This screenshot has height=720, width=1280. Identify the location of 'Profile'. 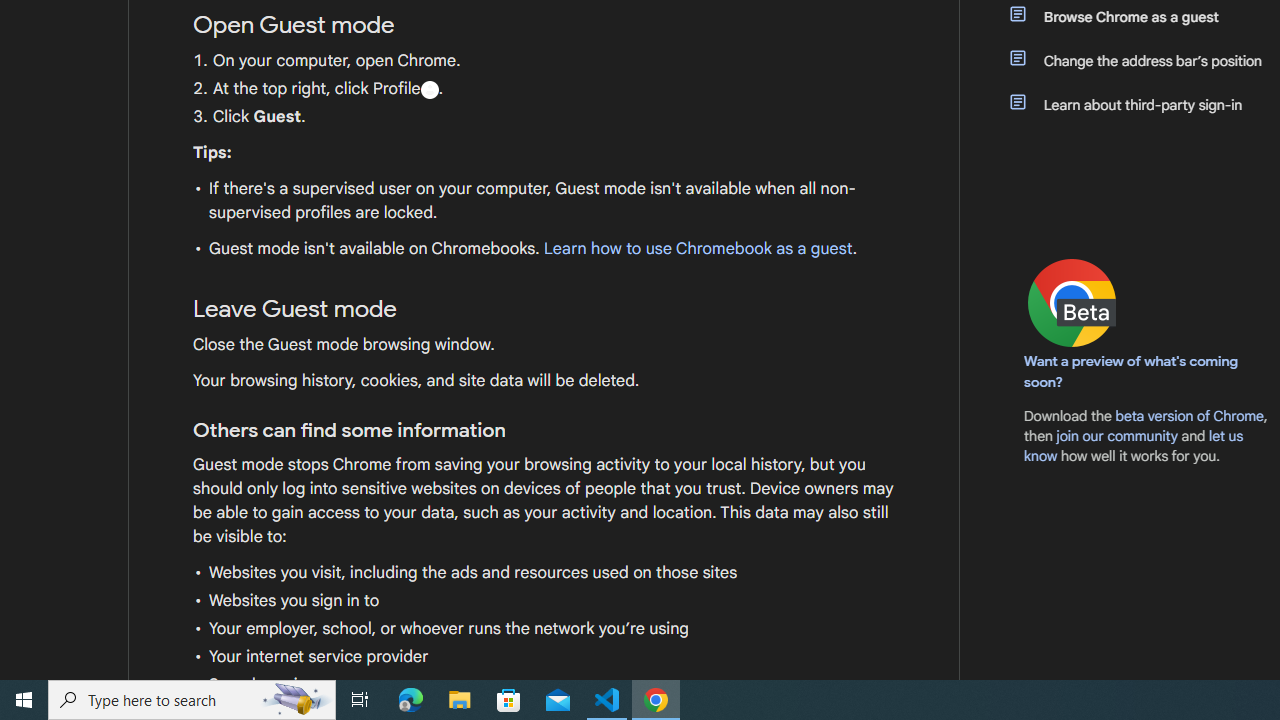
(428, 88).